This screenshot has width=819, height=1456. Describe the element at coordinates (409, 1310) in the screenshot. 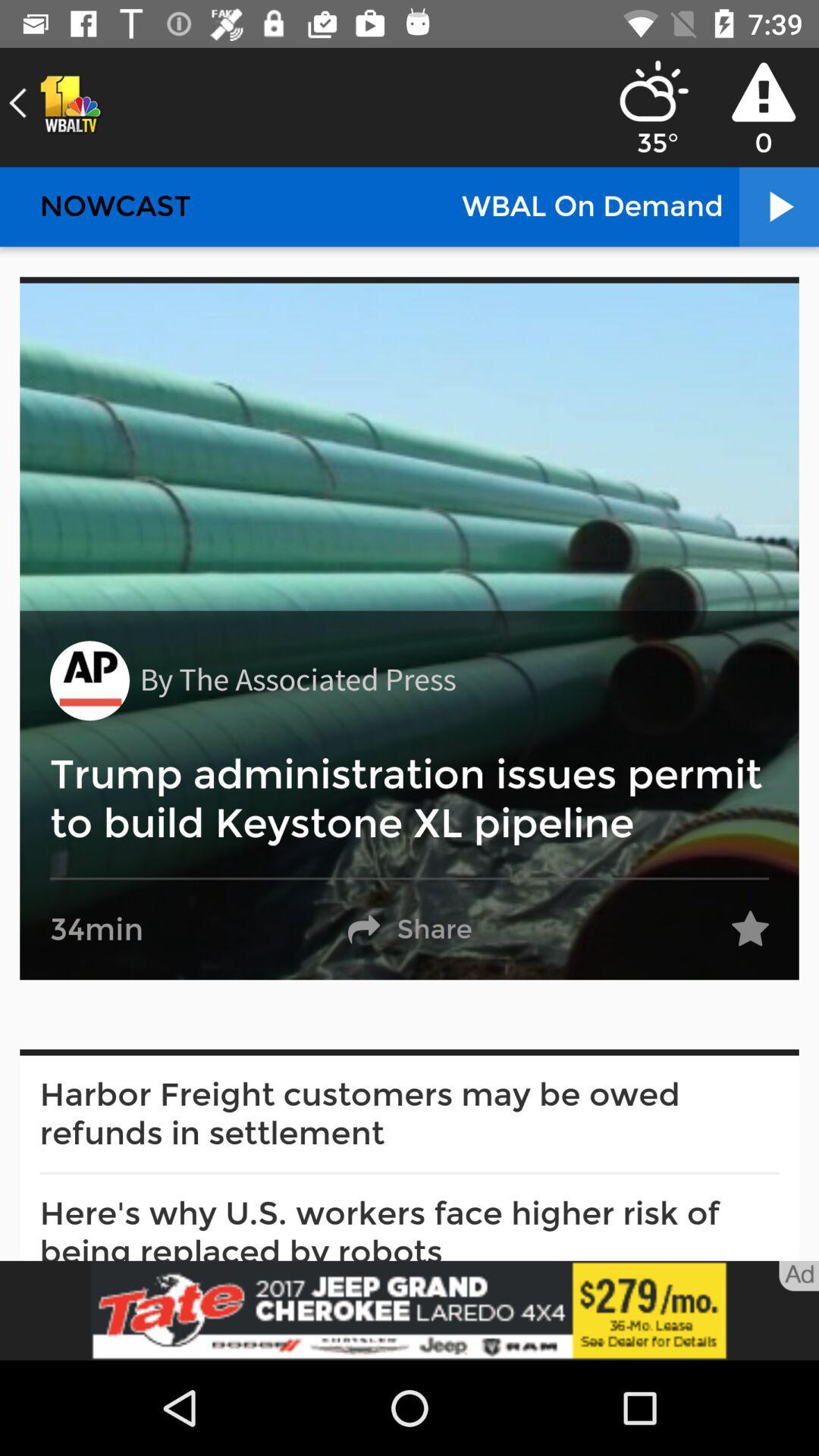

I see `tate advertisement` at that location.